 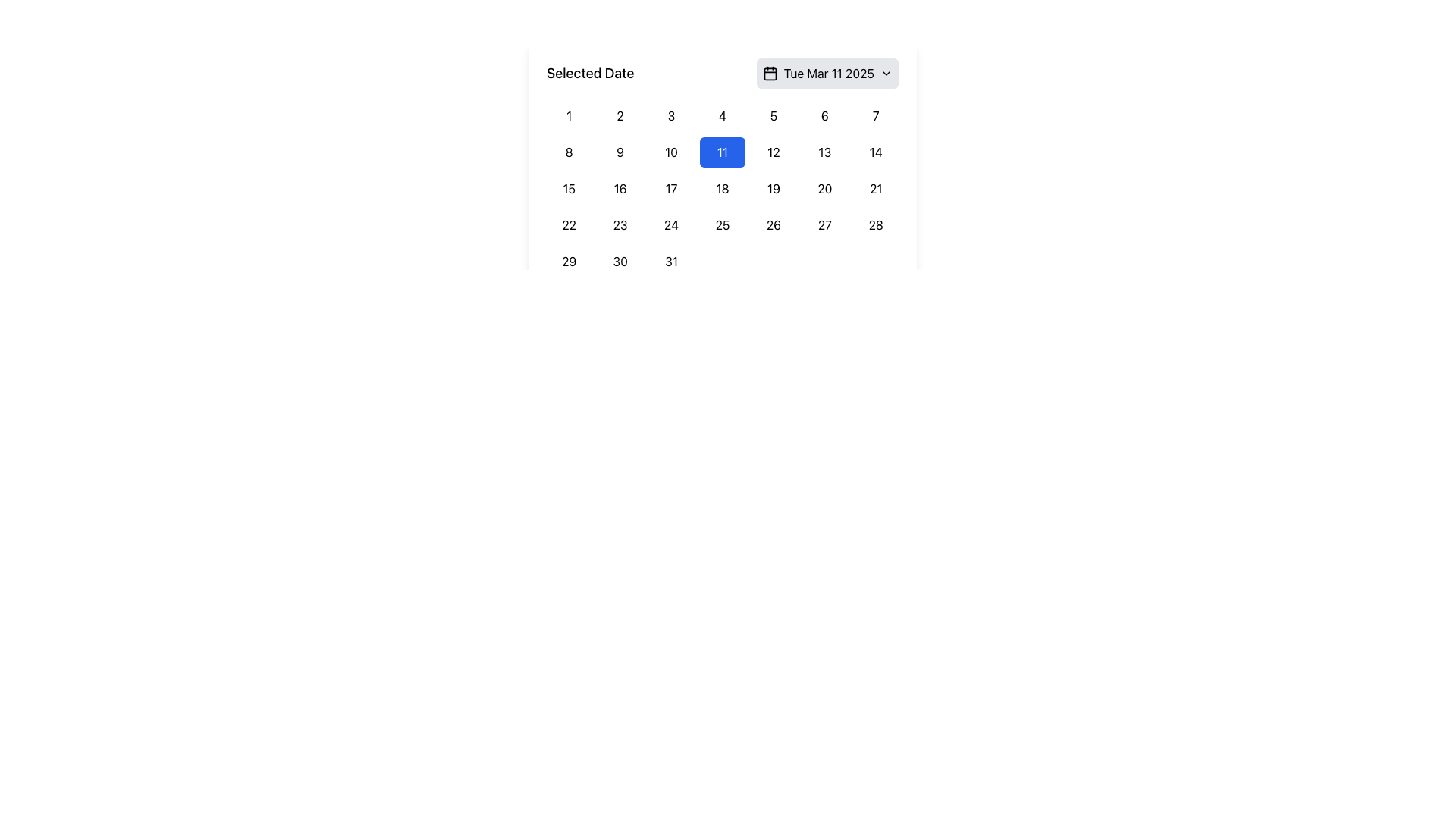 I want to click on the Text Button displaying the number '15', which is a rounded rectangular box with a white background and black text, located in the first column of the fourth row under the 'Selected Date' heading, so click(x=568, y=188).